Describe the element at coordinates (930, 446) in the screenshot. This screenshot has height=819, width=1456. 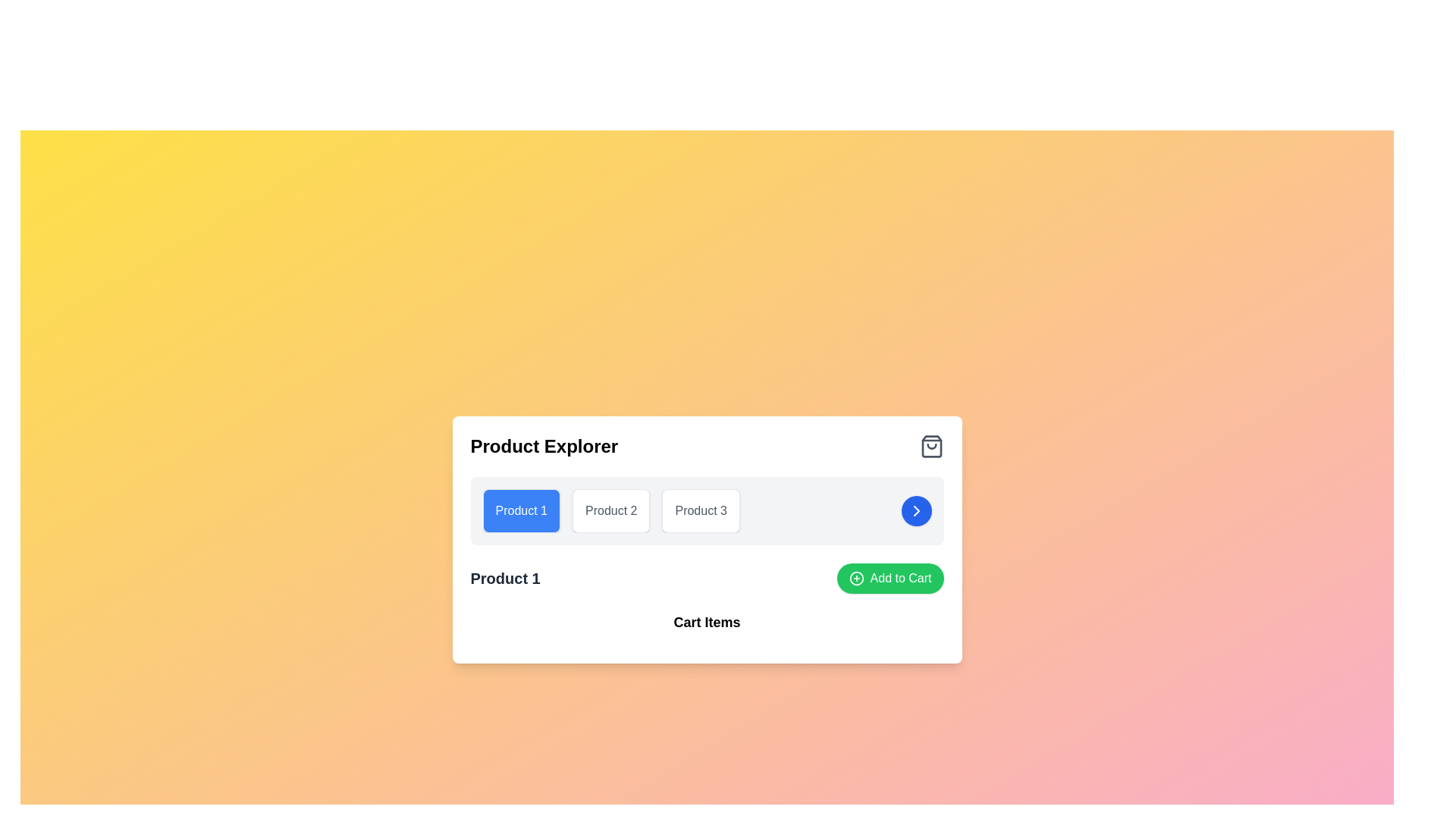
I see `the shopping bag icon located at the top-right corner of the 'Product Explorer' section` at that location.